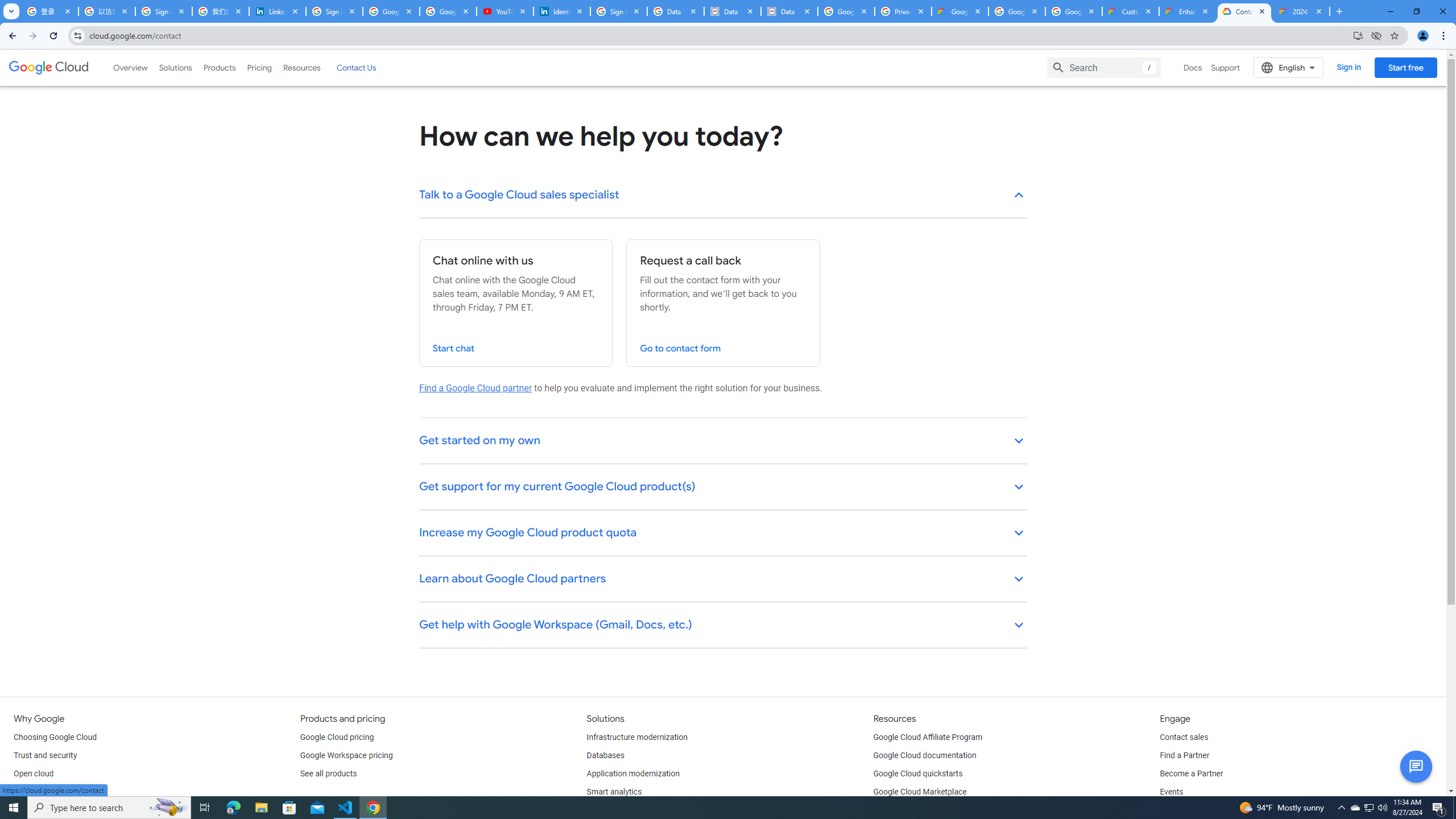  I want to click on 'Products', so click(218, 67).